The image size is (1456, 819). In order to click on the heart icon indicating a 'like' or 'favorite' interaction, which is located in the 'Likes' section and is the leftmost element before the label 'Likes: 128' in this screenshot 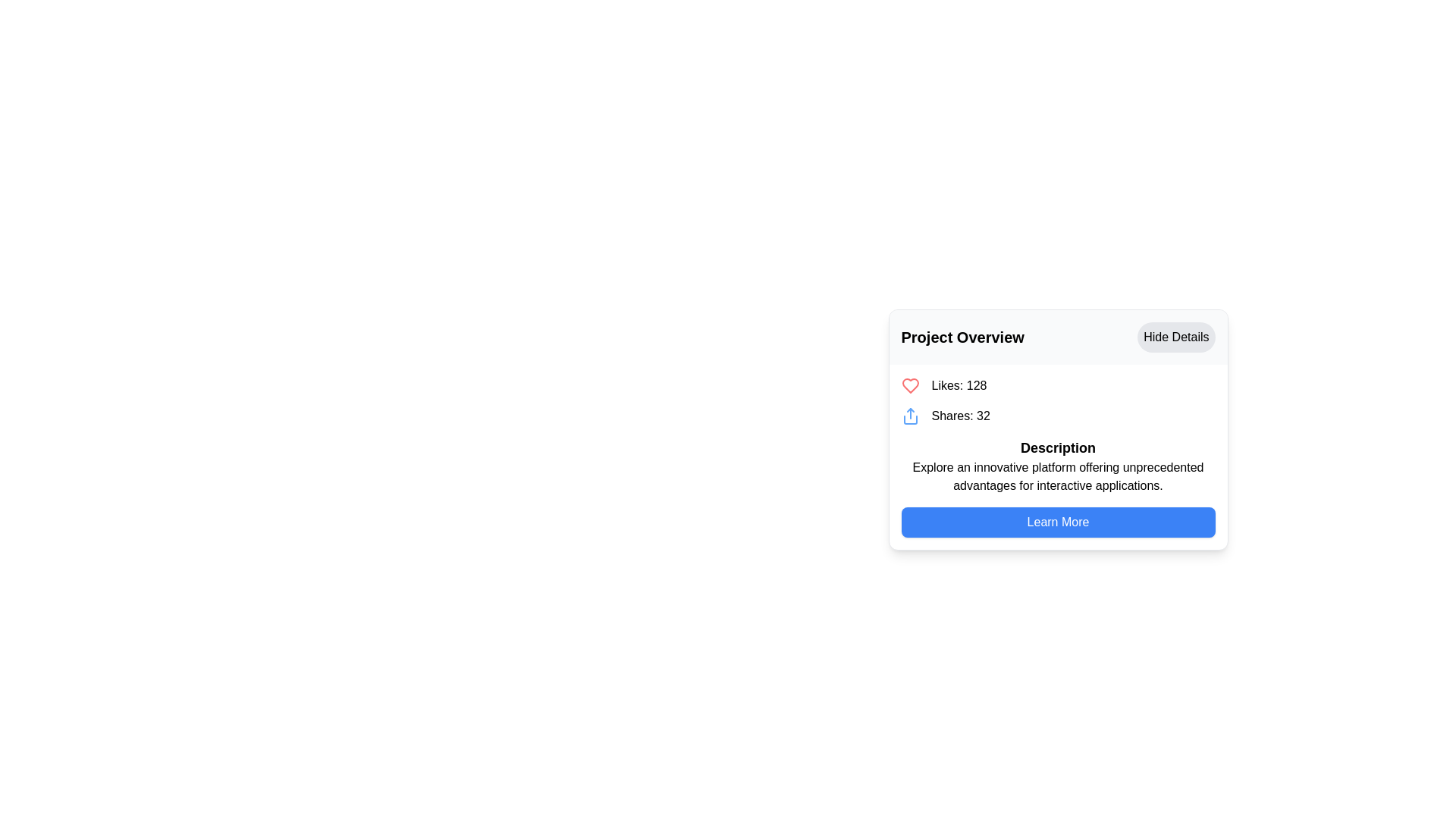, I will do `click(910, 385)`.